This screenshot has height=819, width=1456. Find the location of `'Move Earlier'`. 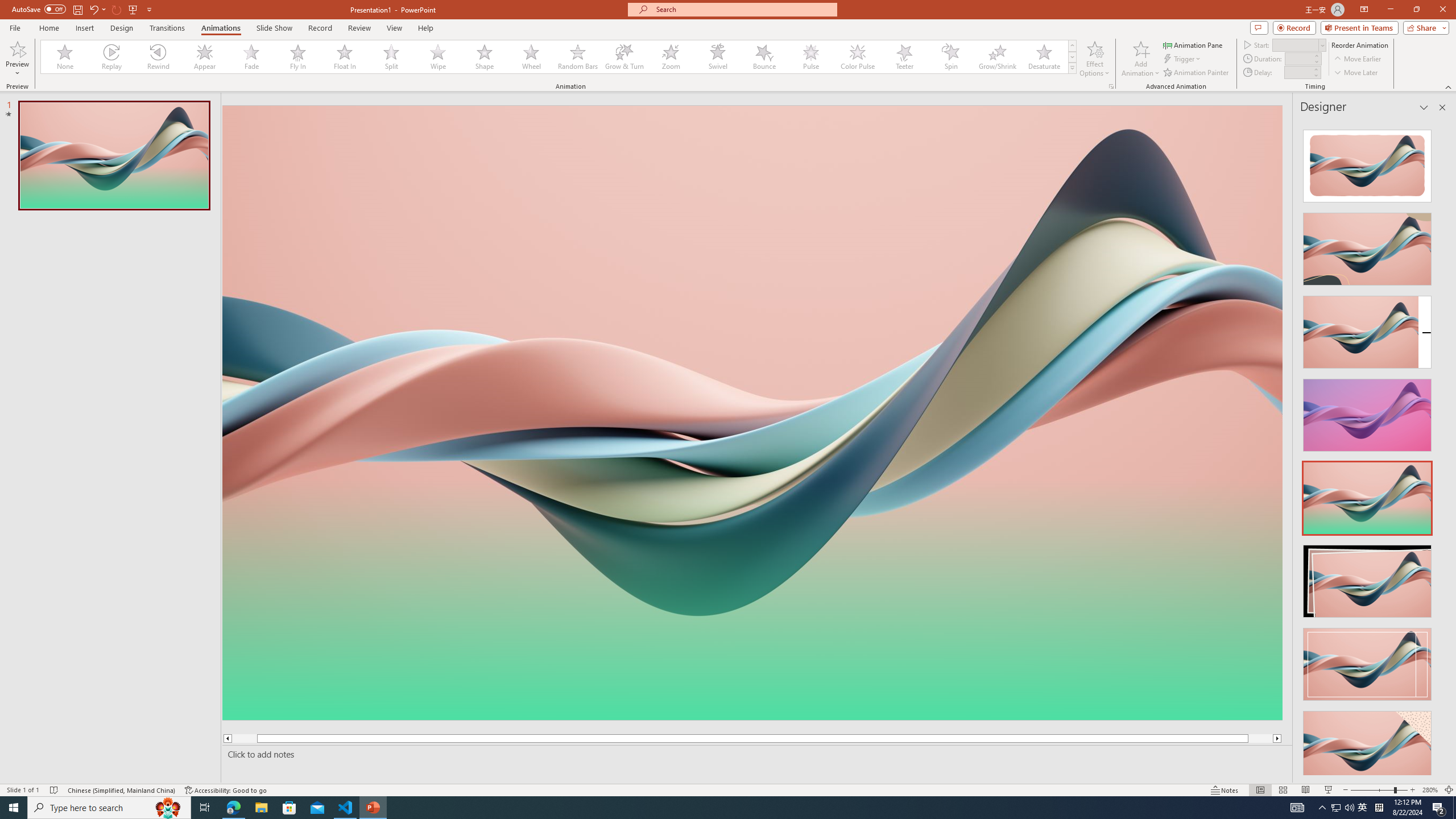

'Move Earlier' is located at coordinates (1357, 59).